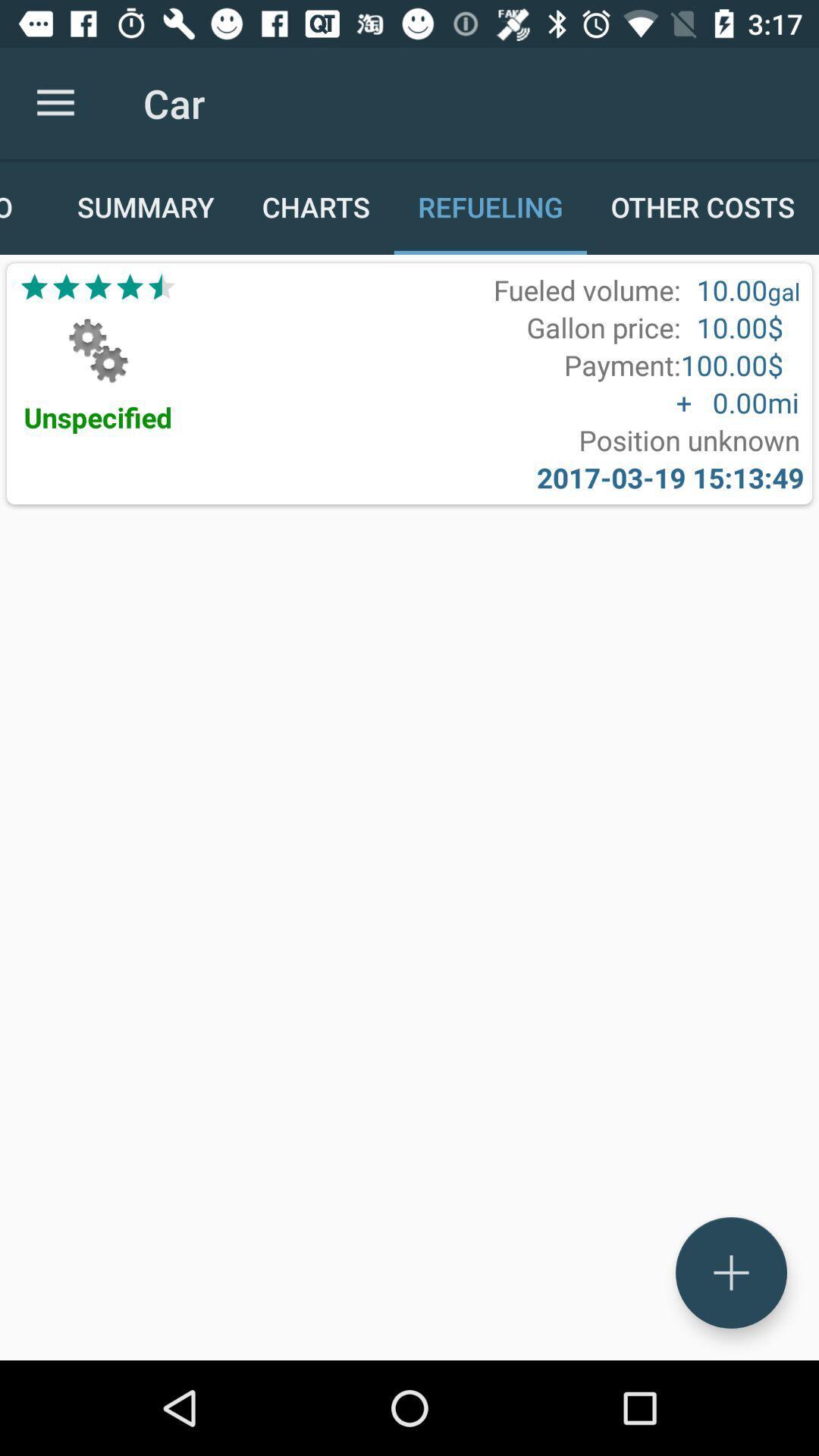  Describe the element at coordinates (55, 102) in the screenshot. I see `the app next to the car icon` at that location.